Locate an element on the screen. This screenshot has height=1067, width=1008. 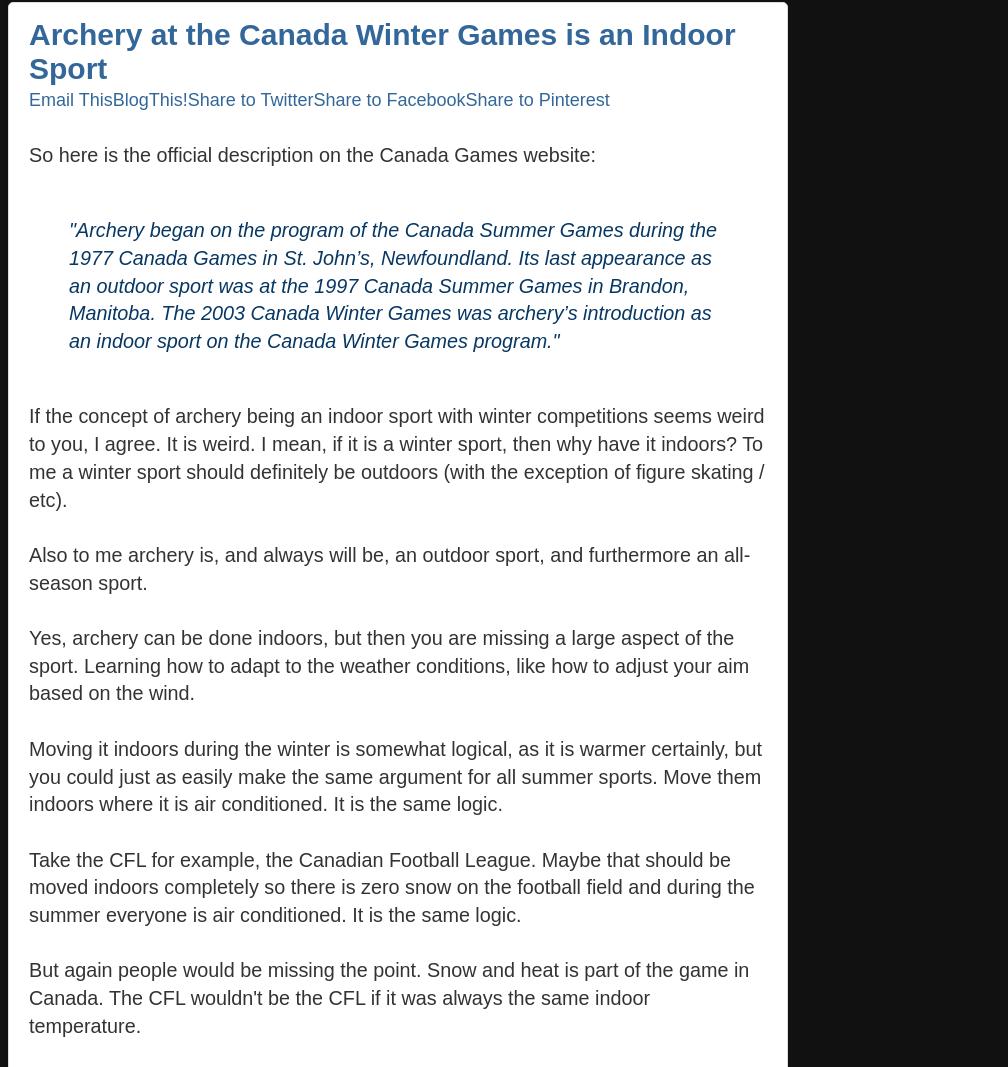
'But again people would be missing the point. Snow and heat is part of the game in Canada. The CFL wouldn't be the CFL if it was always the same indoor temperature.' is located at coordinates (29, 997).